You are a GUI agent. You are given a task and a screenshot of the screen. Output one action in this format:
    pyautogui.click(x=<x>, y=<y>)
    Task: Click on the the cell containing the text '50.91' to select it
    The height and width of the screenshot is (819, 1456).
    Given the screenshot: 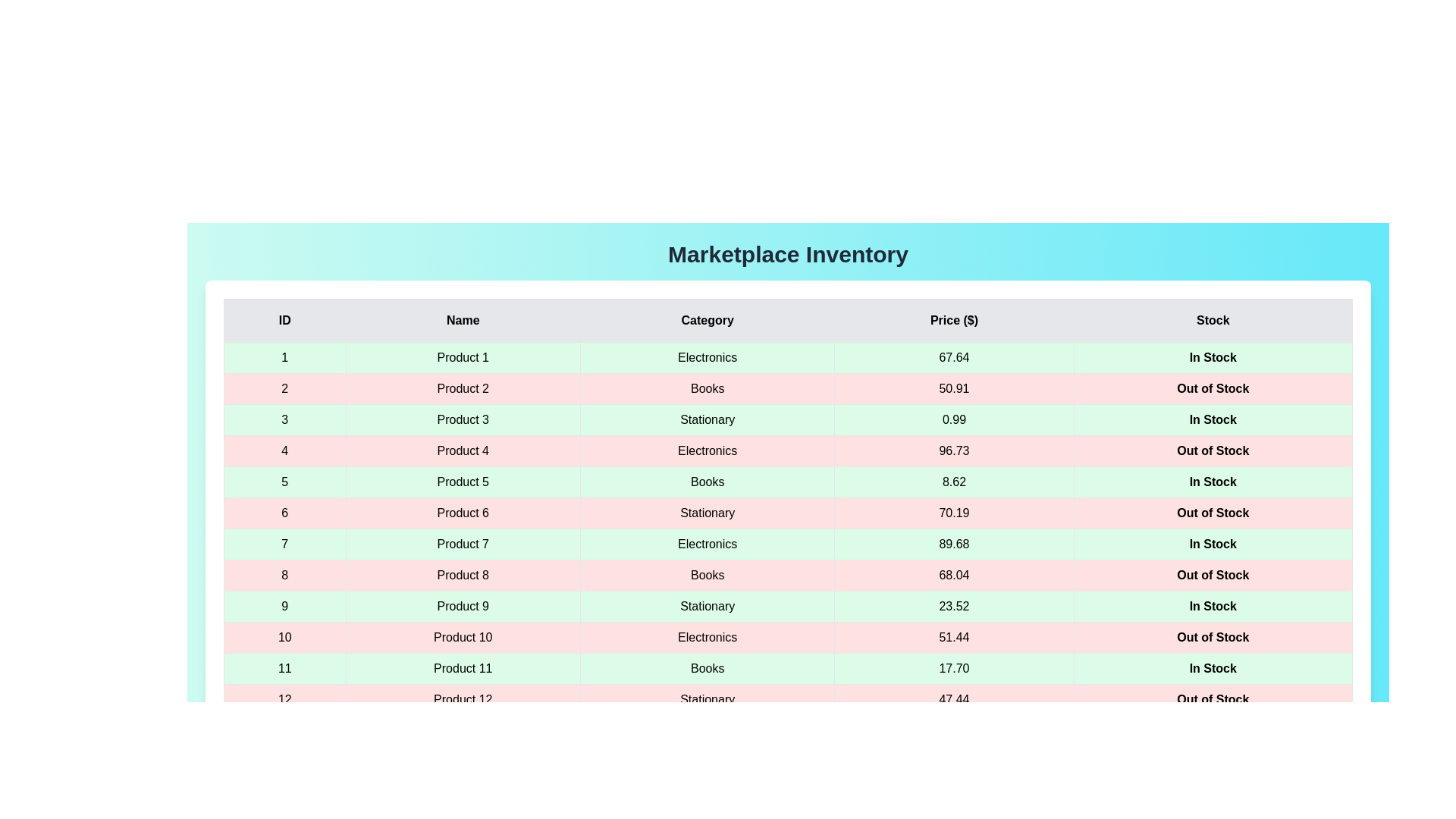 What is the action you would take?
    pyautogui.click(x=952, y=388)
    